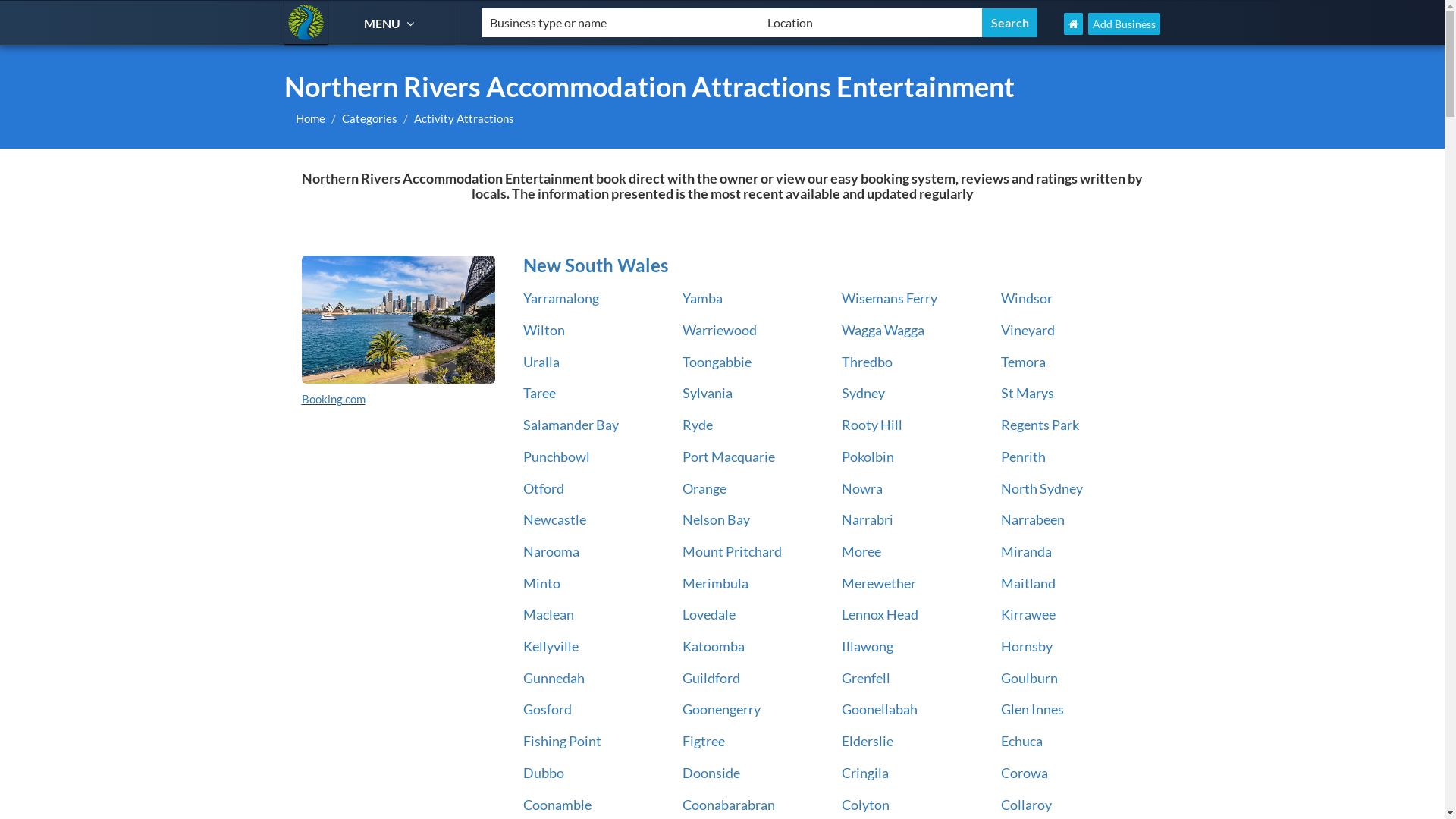  I want to click on 'Wisemans Ferry', so click(889, 298).